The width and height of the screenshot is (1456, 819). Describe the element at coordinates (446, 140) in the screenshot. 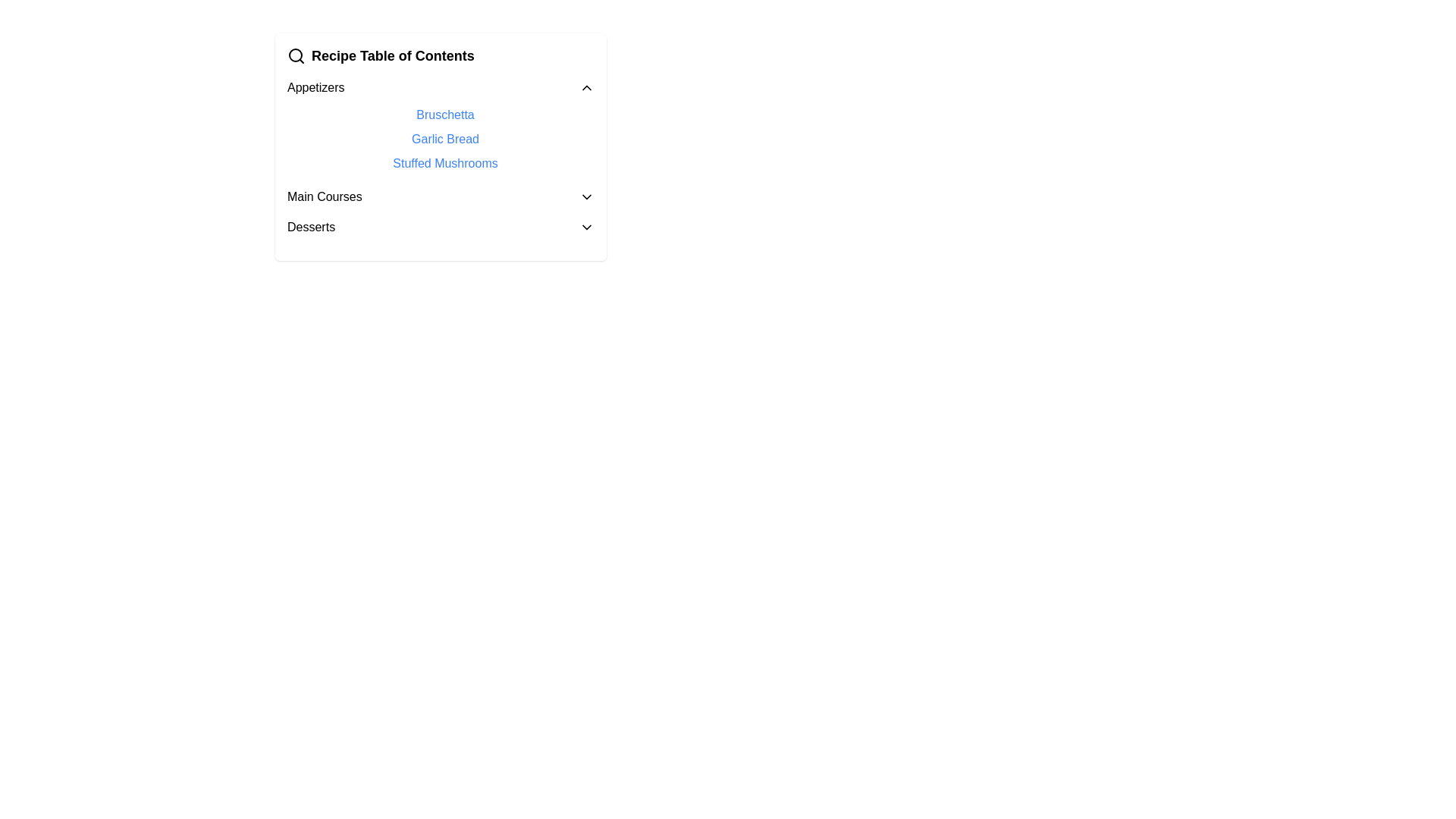

I see `the blue, underlined hyperlink labeled 'Garlic Bread' located in the 'Appetizers' section of the Recipe Table of Contents` at that location.